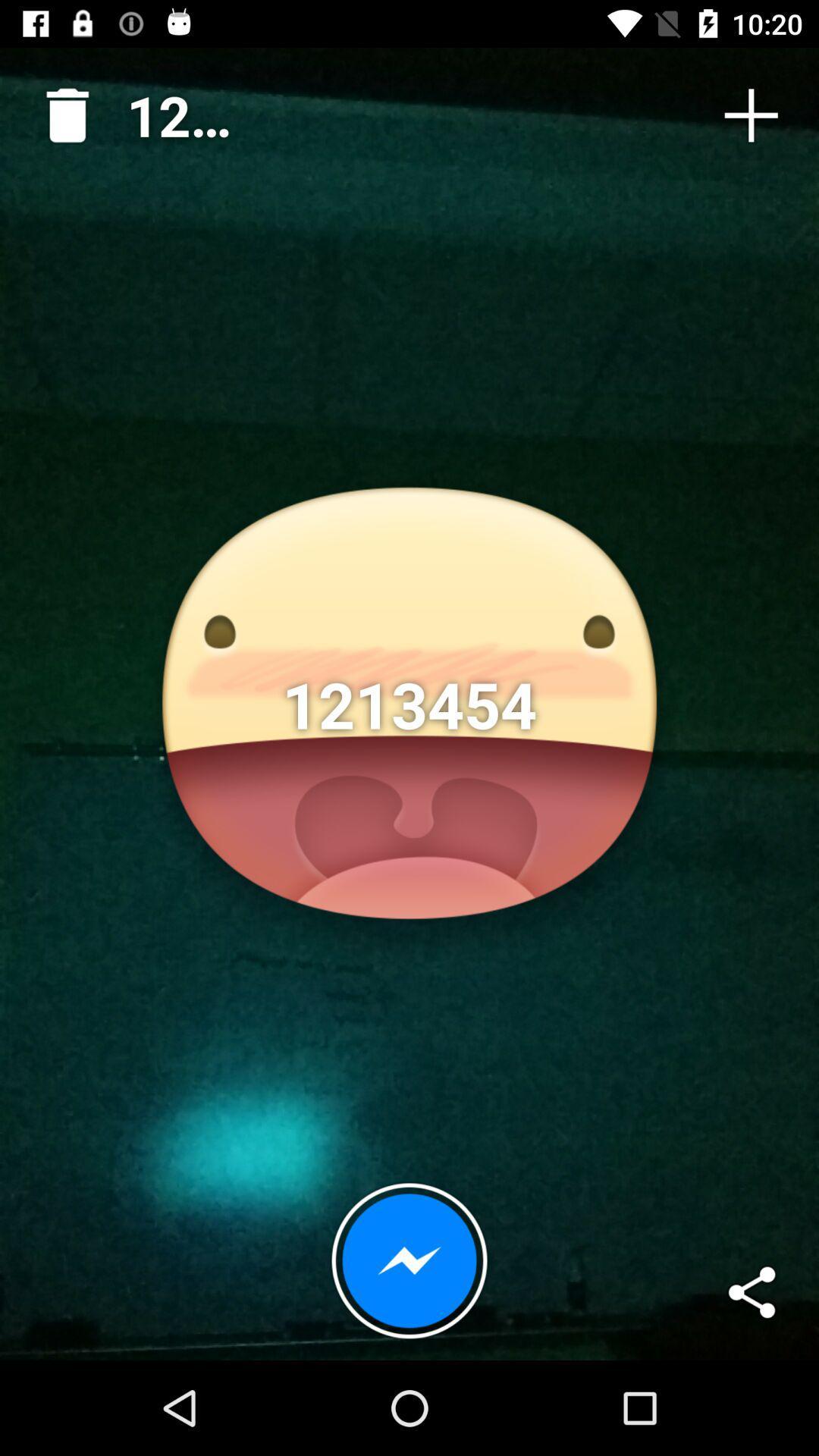  I want to click on the icon next to the 1213454 icon, so click(61, 108).